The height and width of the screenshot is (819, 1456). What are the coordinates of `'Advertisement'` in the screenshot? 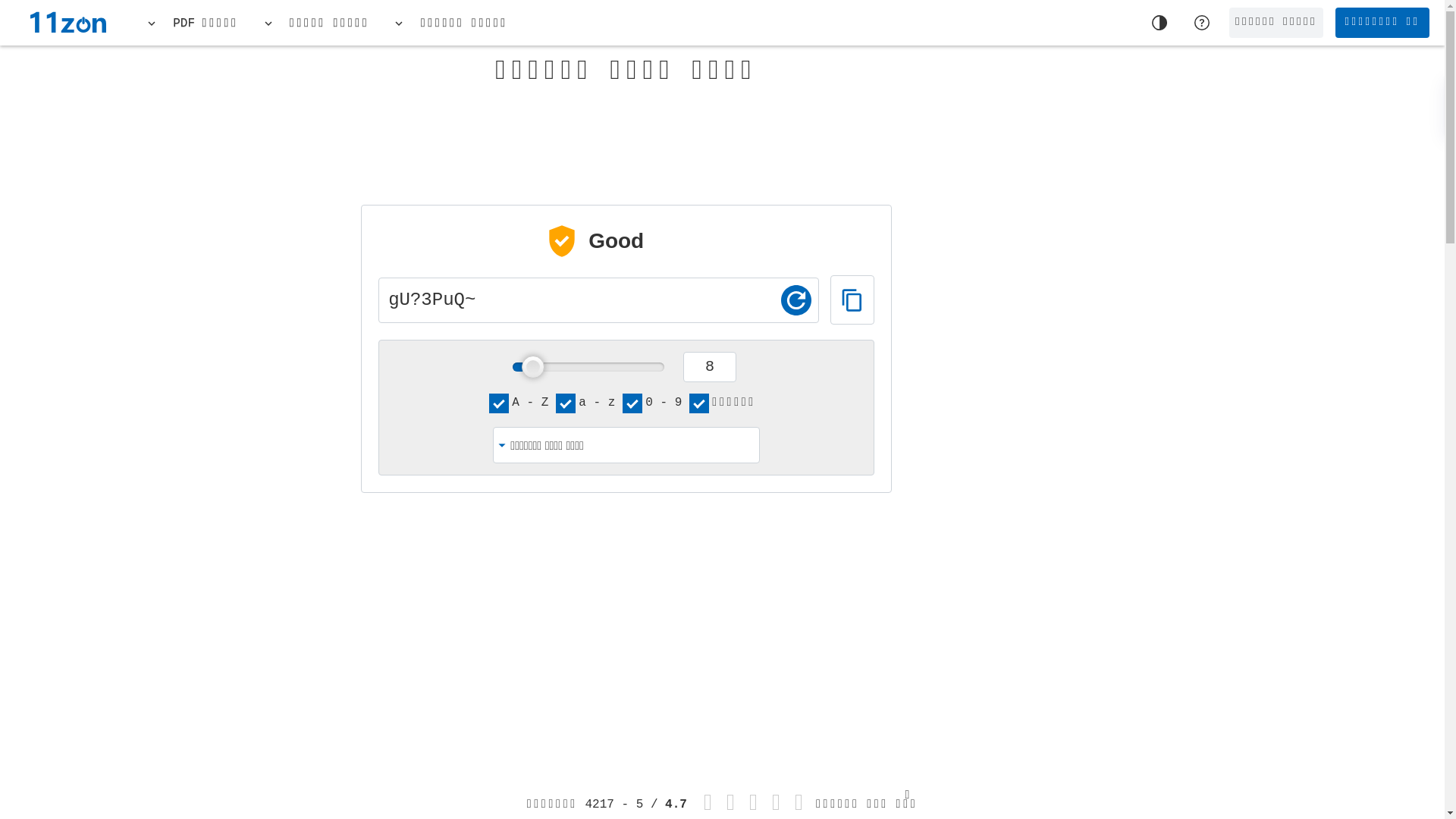 It's located at (264, 617).